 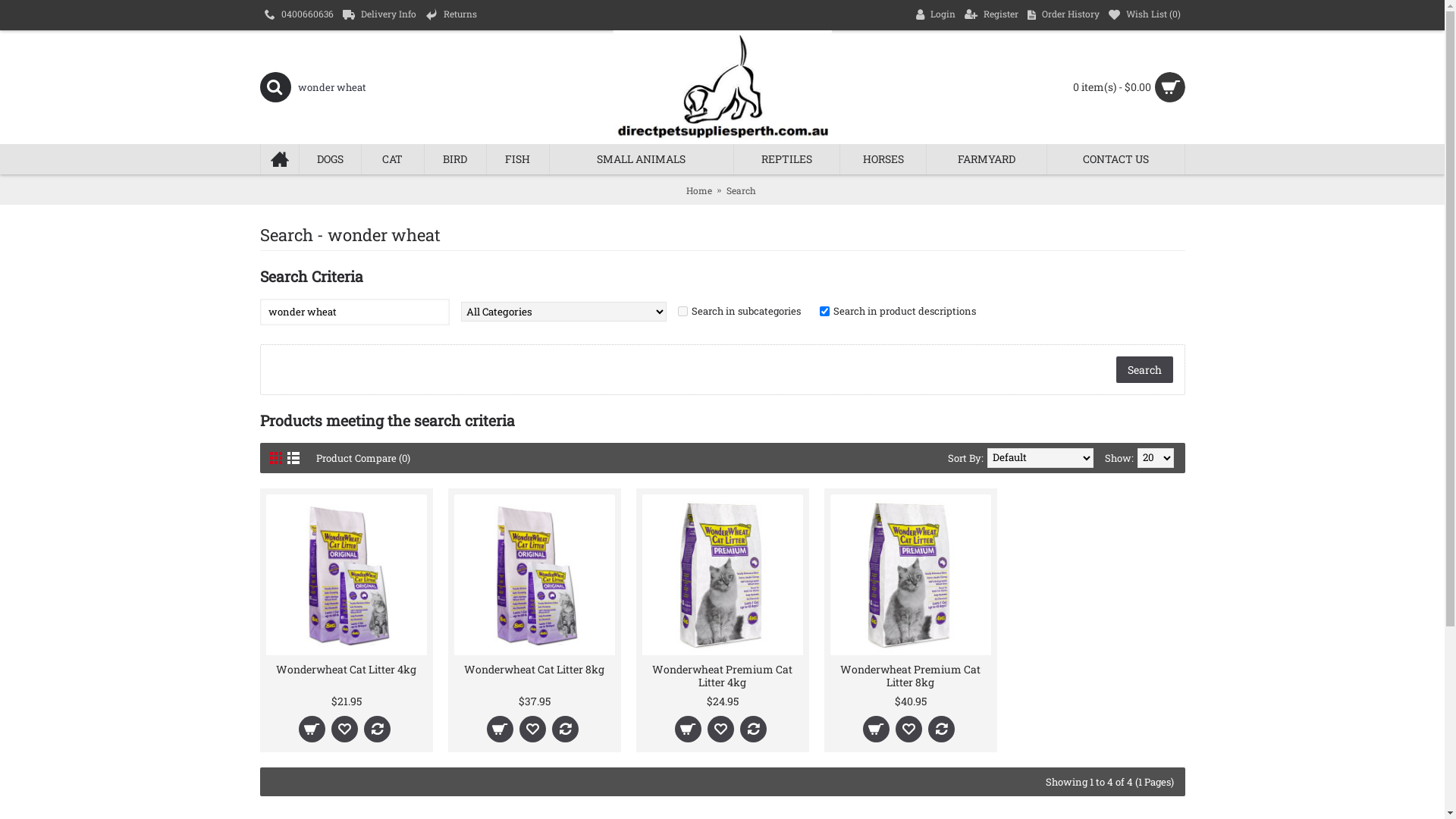 I want to click on 'Wonderwheat Cat Litter 4kg', so click(x=345, y=575).